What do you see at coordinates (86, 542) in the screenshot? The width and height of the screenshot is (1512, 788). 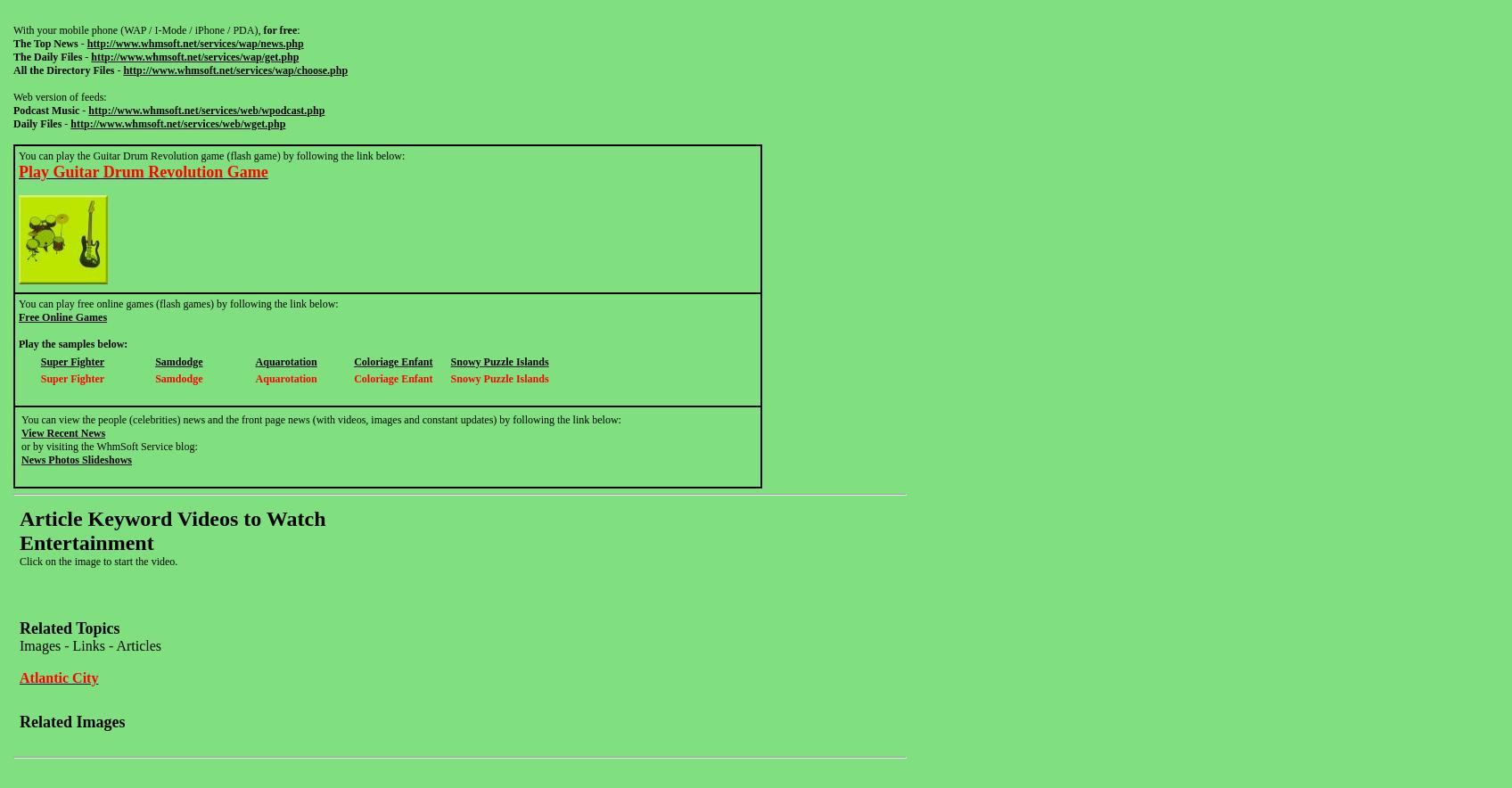 I see `'Entertainment'` at bounding box center [86, 542].